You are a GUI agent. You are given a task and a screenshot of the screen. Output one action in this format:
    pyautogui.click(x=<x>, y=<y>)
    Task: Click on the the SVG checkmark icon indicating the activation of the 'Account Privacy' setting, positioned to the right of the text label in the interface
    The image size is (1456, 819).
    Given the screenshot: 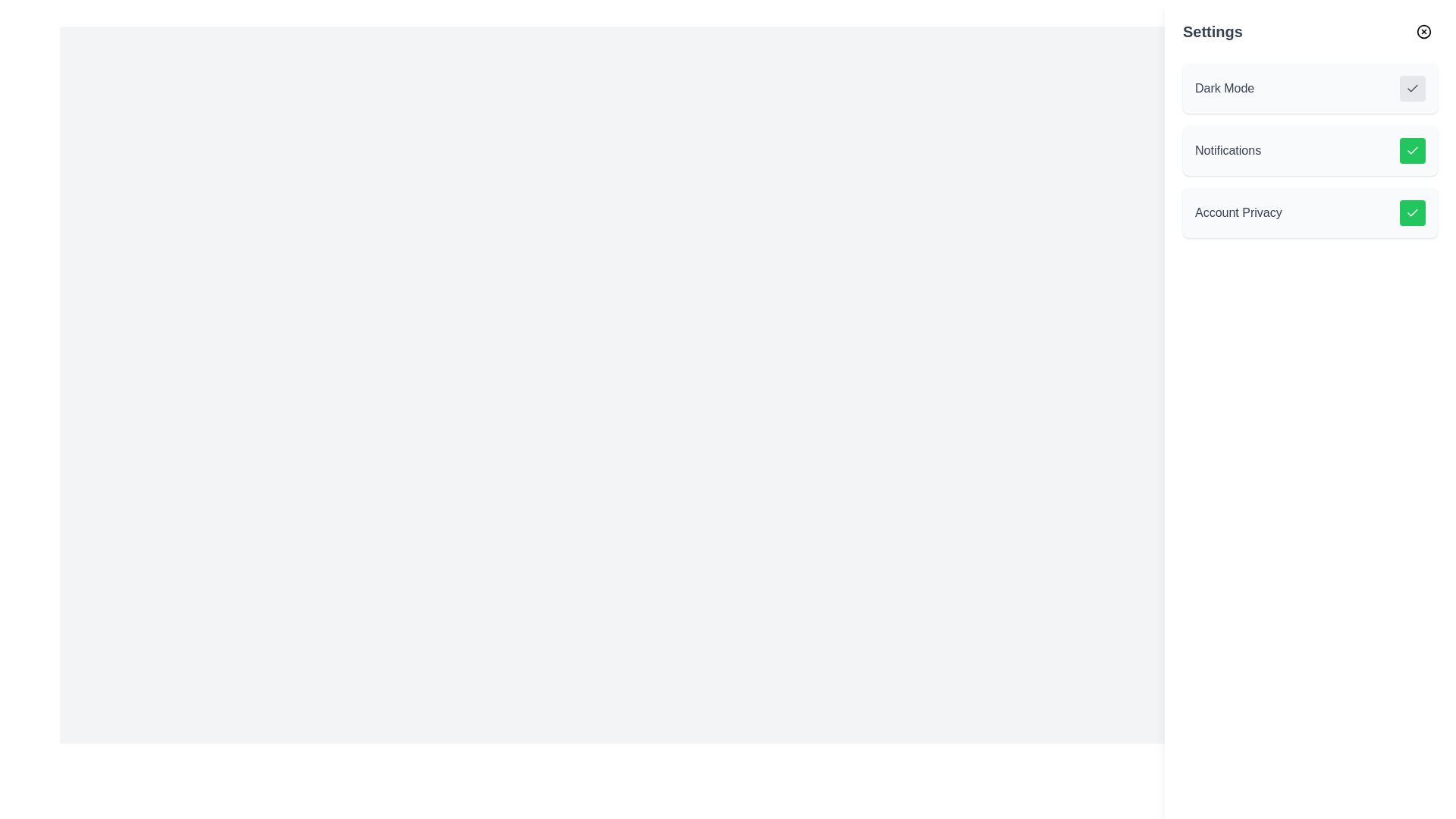 What is the action you would take?
    pyautogui.click(x=1411, y=213)
    